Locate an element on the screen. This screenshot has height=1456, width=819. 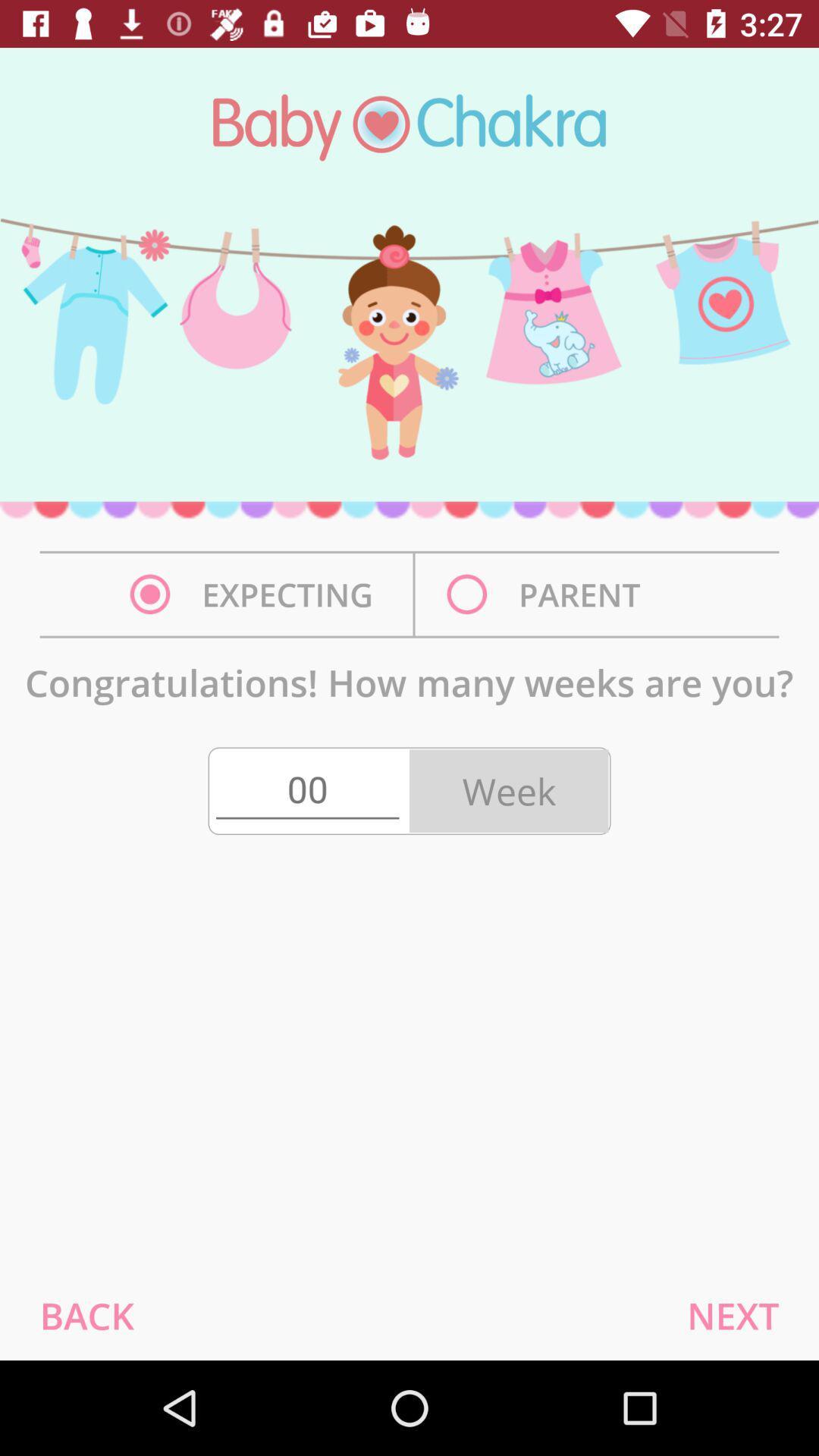
next at the bottom right corner is located at coordinates (732, 1315).